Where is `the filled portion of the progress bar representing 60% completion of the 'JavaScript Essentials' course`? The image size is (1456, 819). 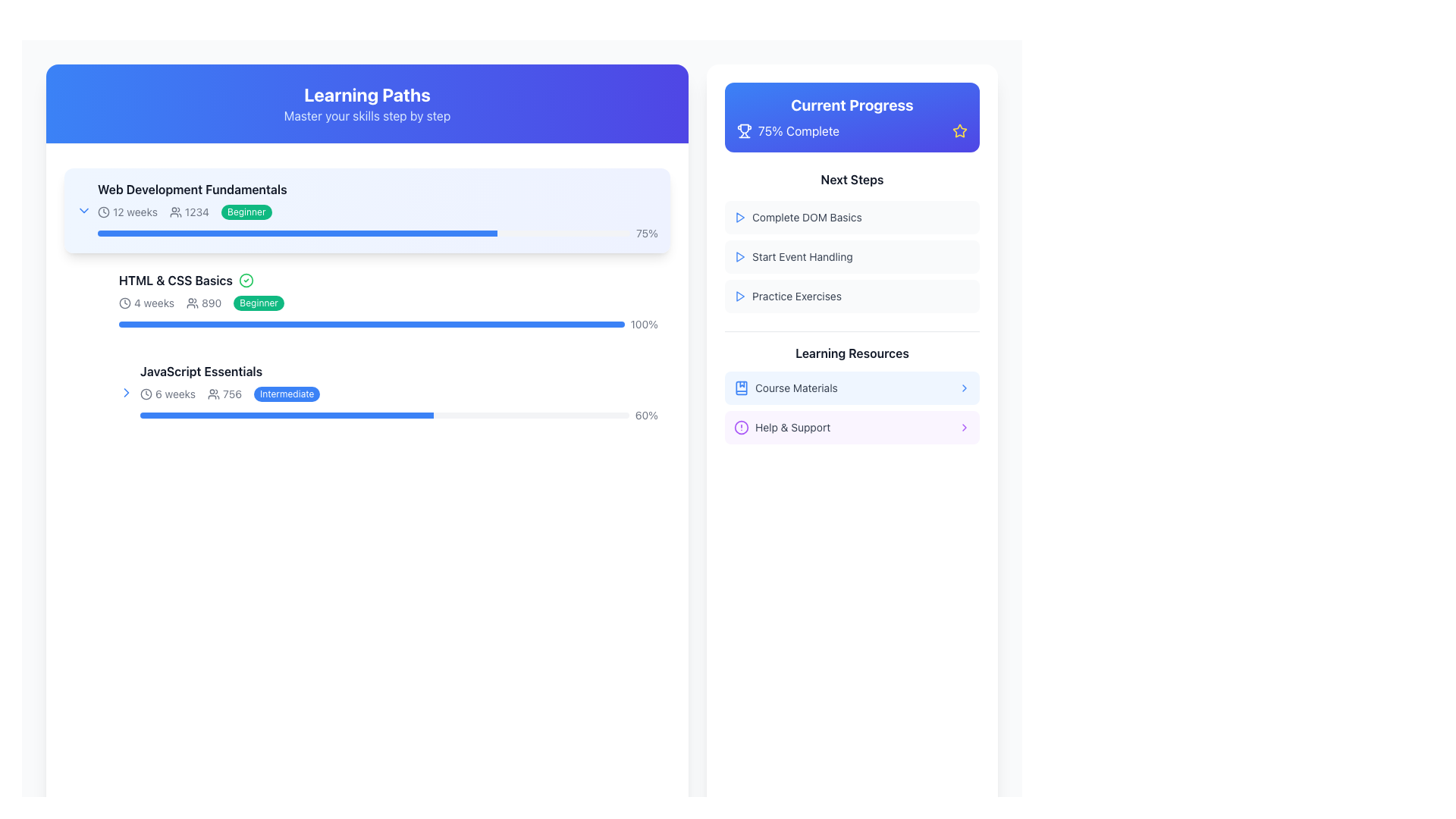 the filled portion of the progress bar representing 60% completion of the 'JavaScript Essentials' course is located at coordinates (287, 415).